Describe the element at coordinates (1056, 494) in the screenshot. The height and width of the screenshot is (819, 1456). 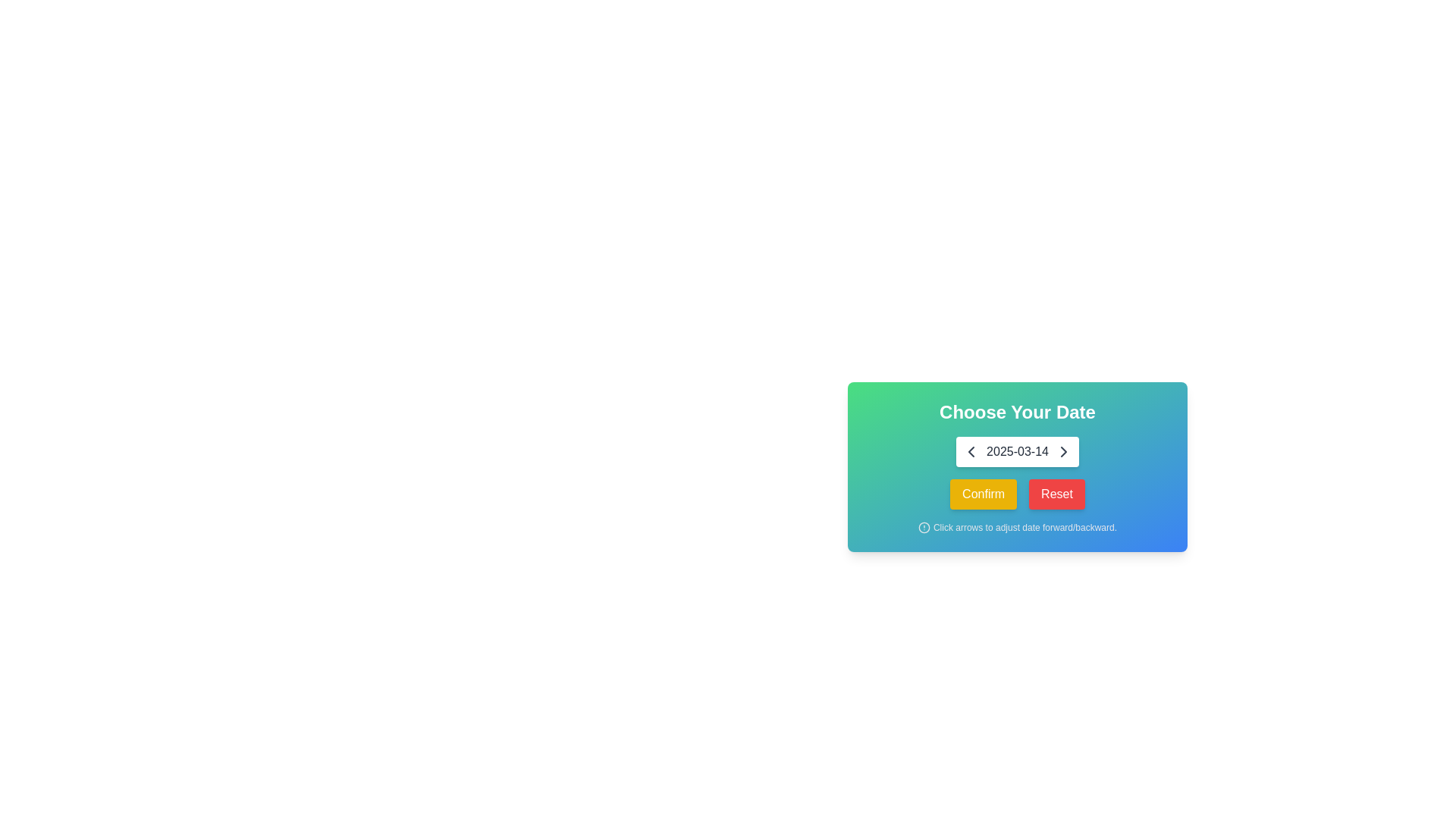
I see `the rightmost button in the row at the bottom of the card interface` at that location.